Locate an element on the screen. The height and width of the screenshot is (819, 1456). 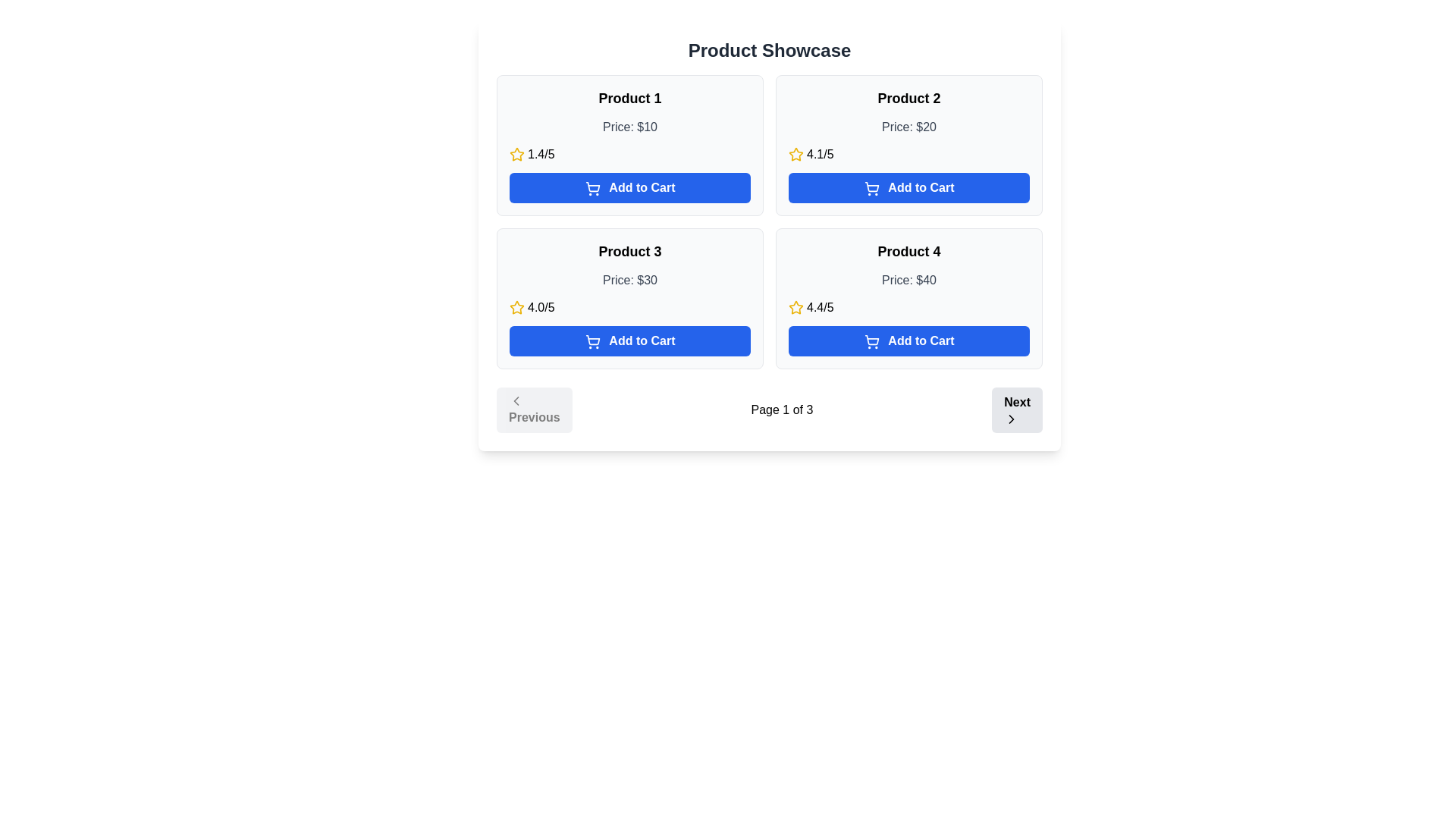
the shopping cart icon located on the blue 'Add to Cart' button at the bottom of the first product card is located at coordinates (591, 187).